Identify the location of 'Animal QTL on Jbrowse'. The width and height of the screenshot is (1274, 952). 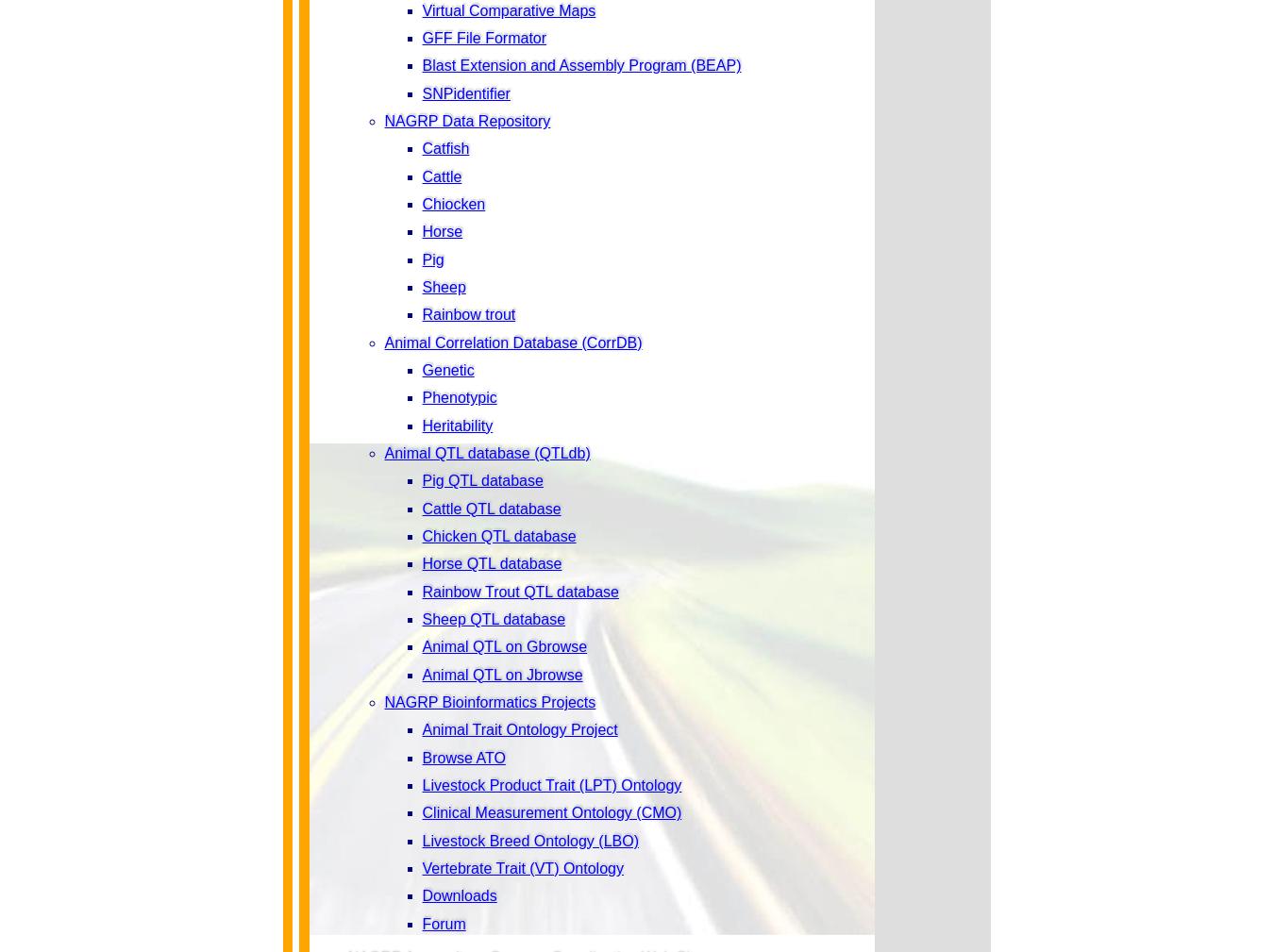
(501, 674).